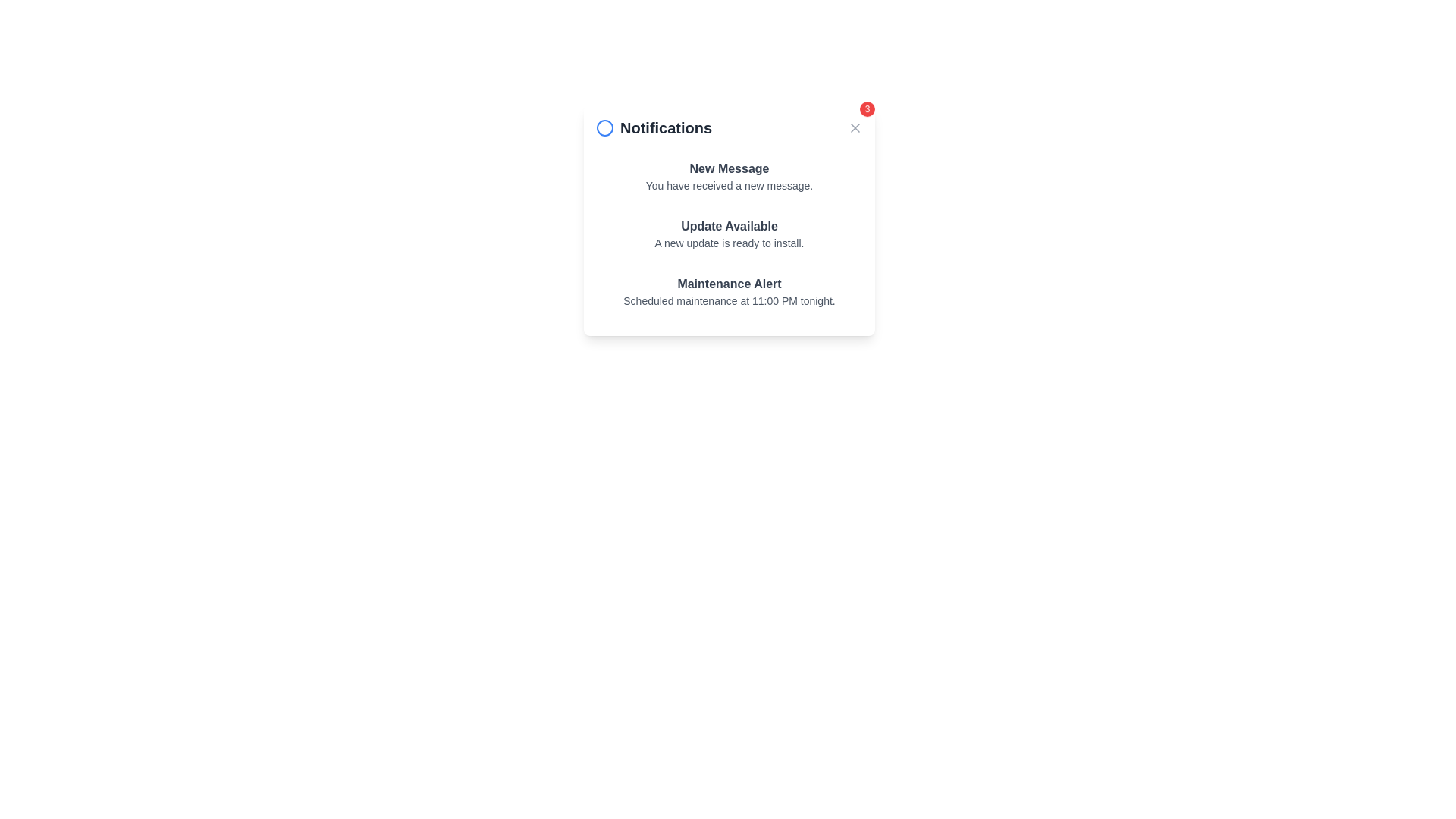 This screenshot has height=819, width=1456. Describe the element at coordinates (604, 127) in the screenshot. I see `the blue outlined, white filled circular vector graphic component within the SVG, located next to the 'Notifications' text in the notification header` at that location.